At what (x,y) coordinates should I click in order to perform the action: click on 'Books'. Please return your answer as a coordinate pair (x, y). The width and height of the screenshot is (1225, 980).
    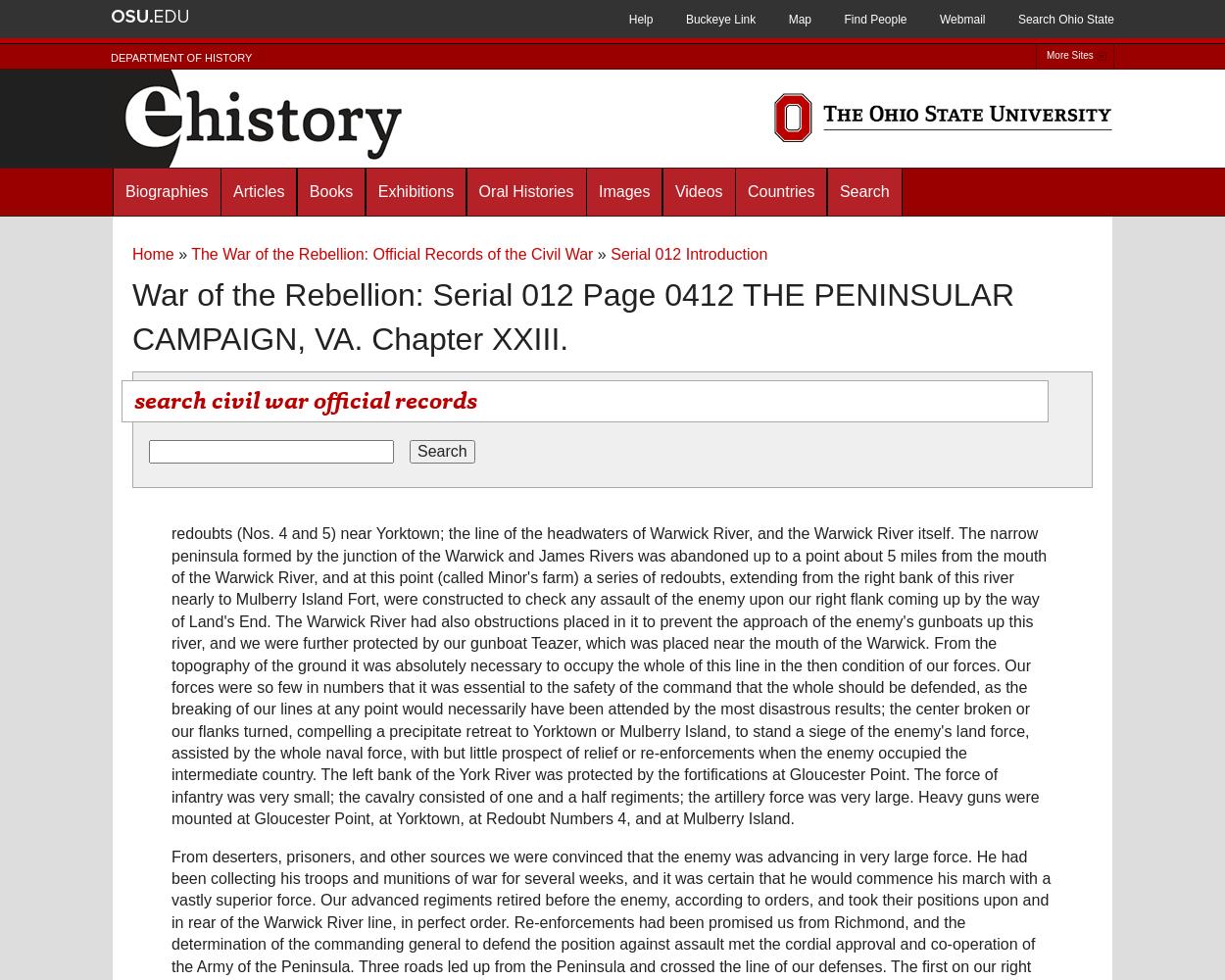
    Looking at the image, I should click on (329, 190).